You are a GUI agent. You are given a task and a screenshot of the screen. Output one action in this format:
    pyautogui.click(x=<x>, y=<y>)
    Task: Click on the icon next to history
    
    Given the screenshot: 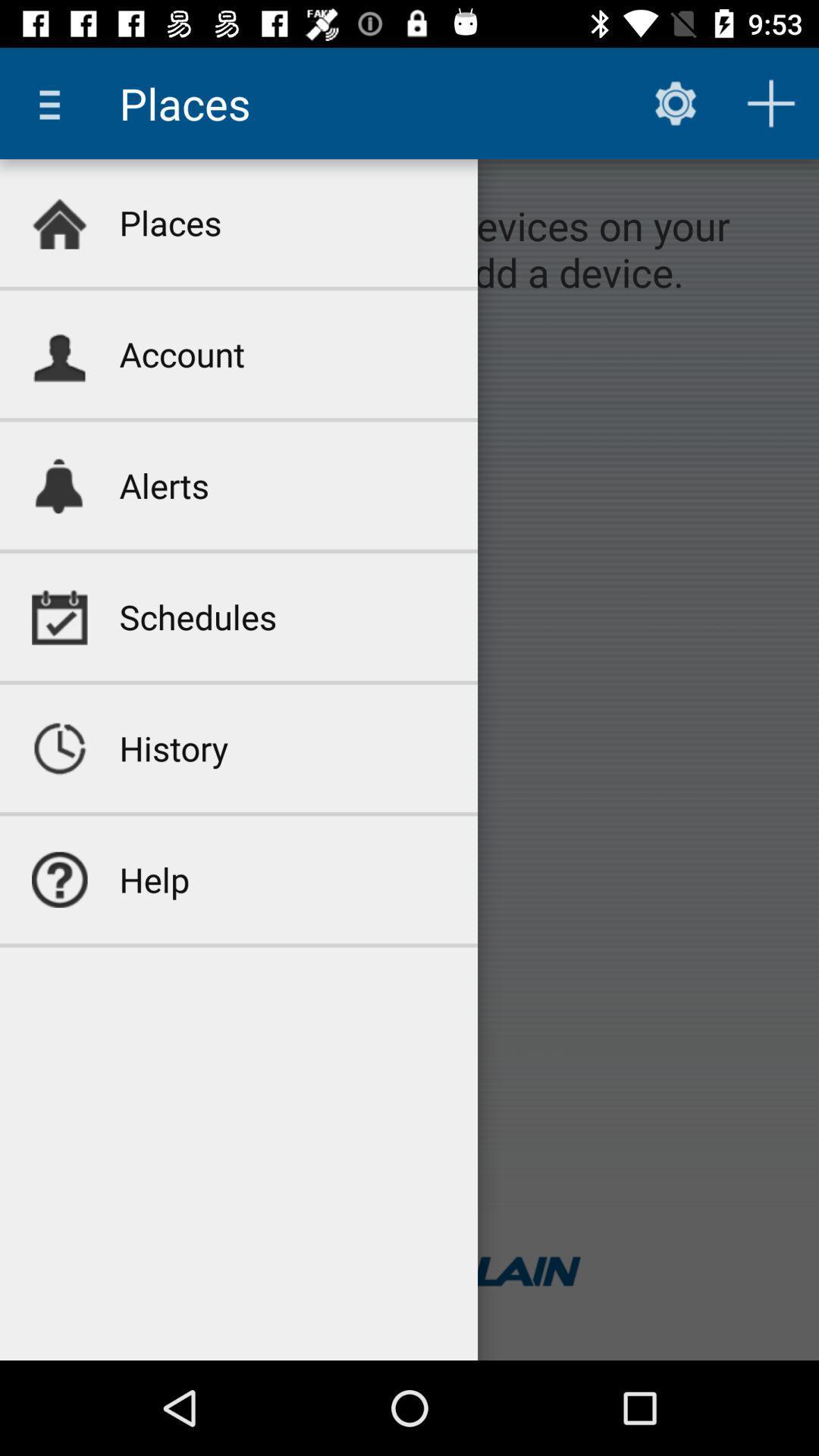 What is the action you would take?
    pyautogui.click(x=58, y=748)
    